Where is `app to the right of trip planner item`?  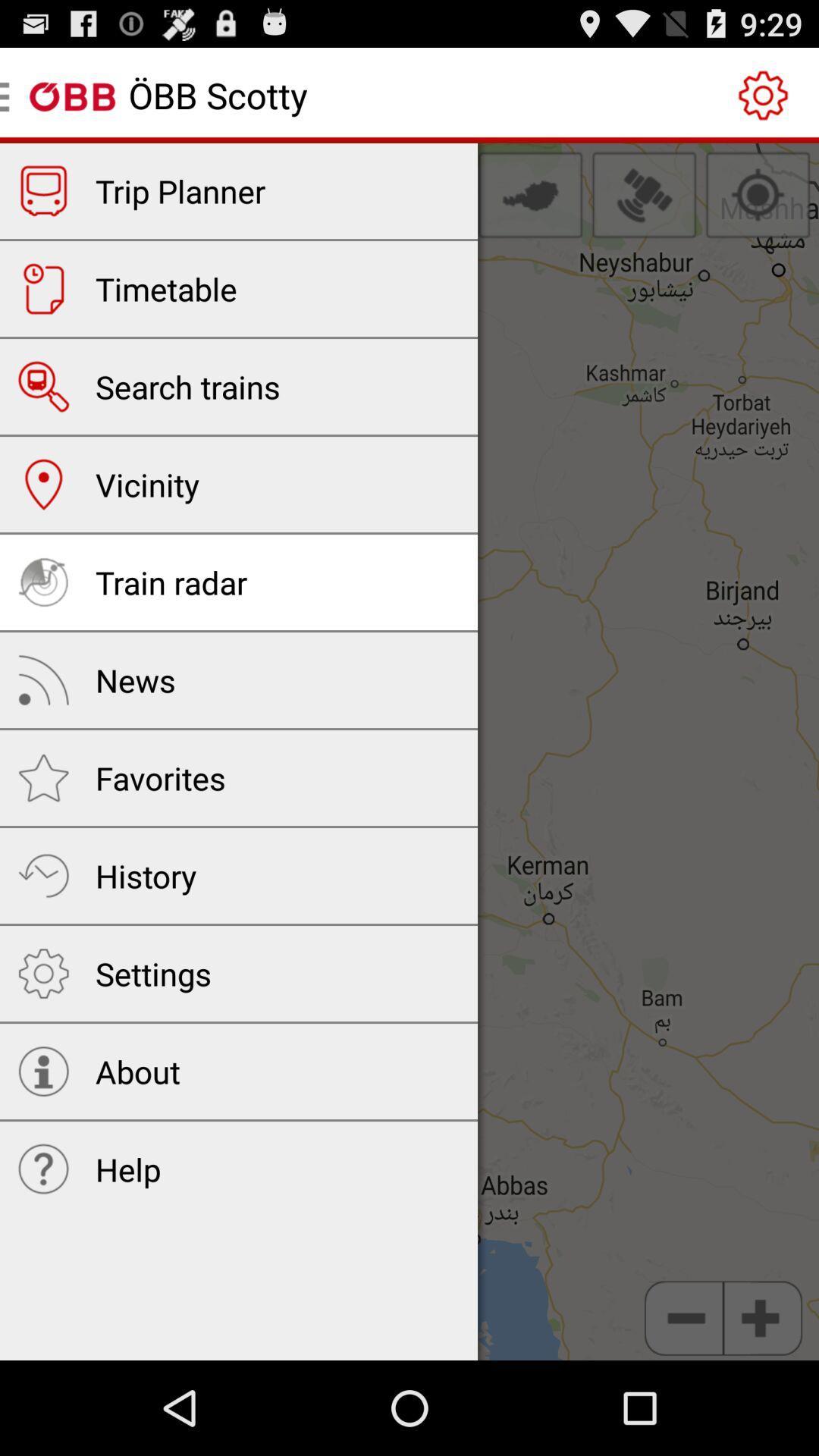
app to the right of trip planner item is located at coordinates (529, 194).